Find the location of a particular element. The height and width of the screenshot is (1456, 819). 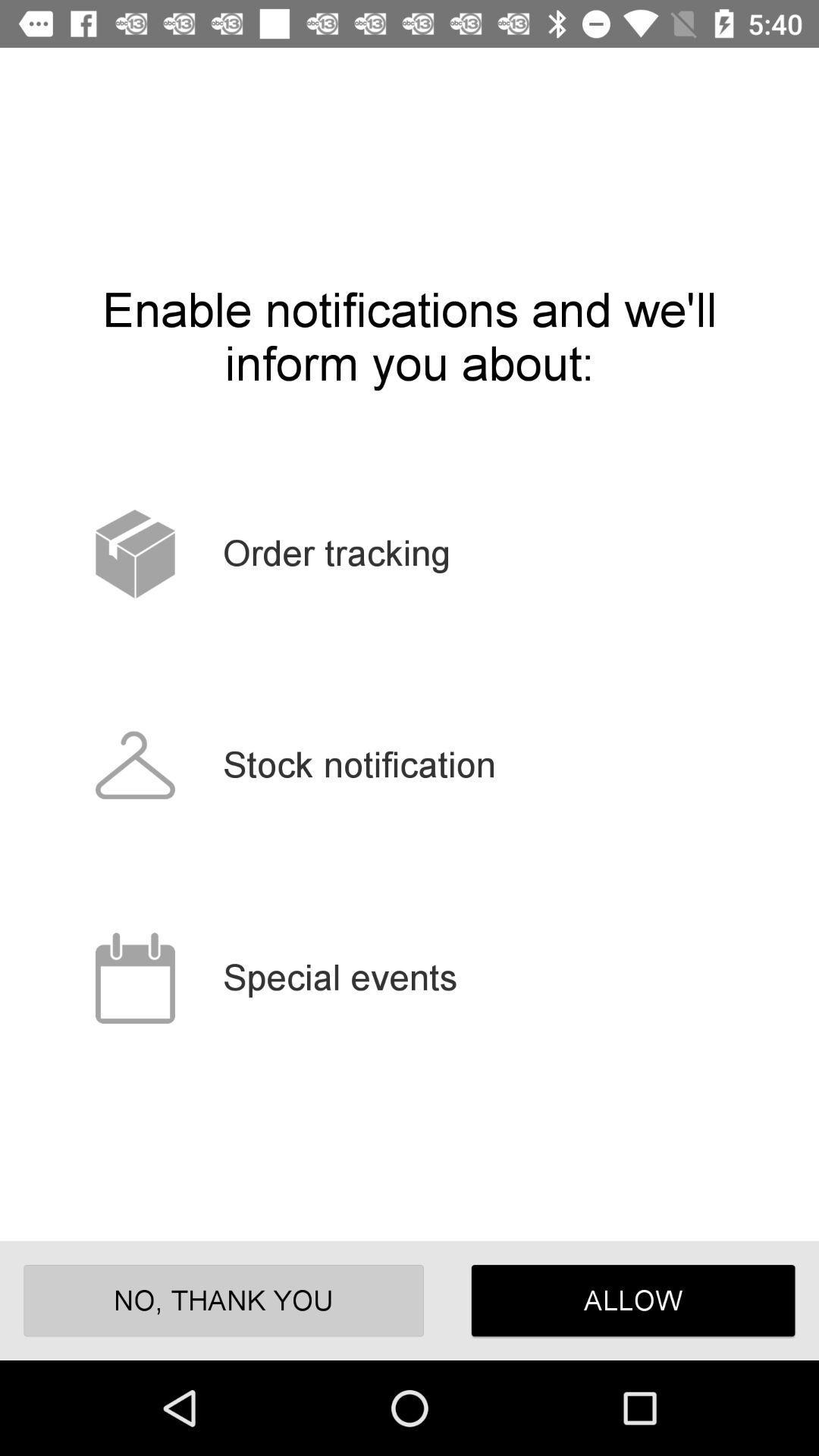

icon next to no, thank you item is located at coordinates (633, 1300).